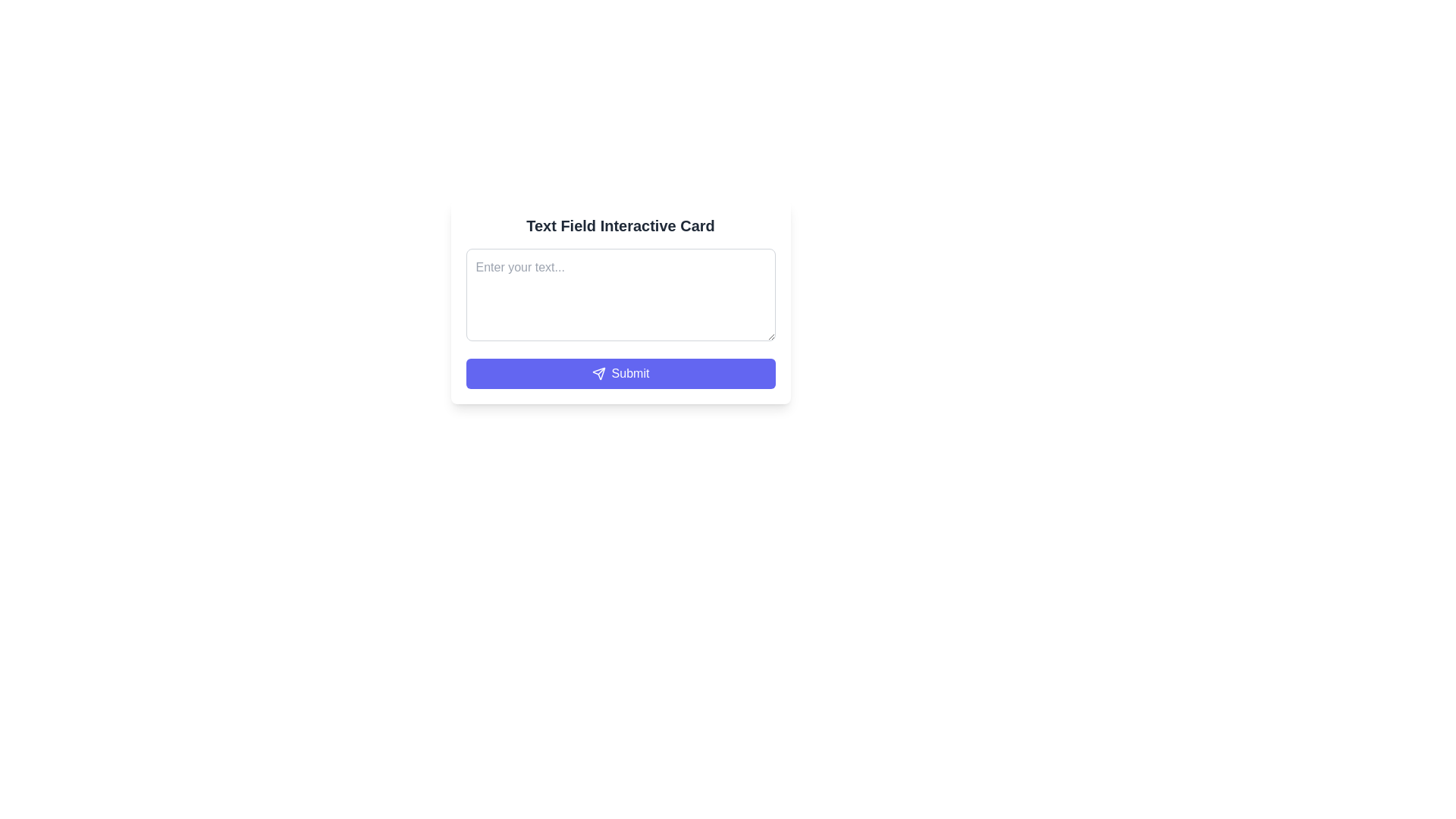 The height and width of the screenshot is (819, 1456). What do you see at coordinates (598, 374) in the screenshot?
I see `the paper plane icon located inside the 'Submit' button with a purple background` at bounding box center [598, 374].